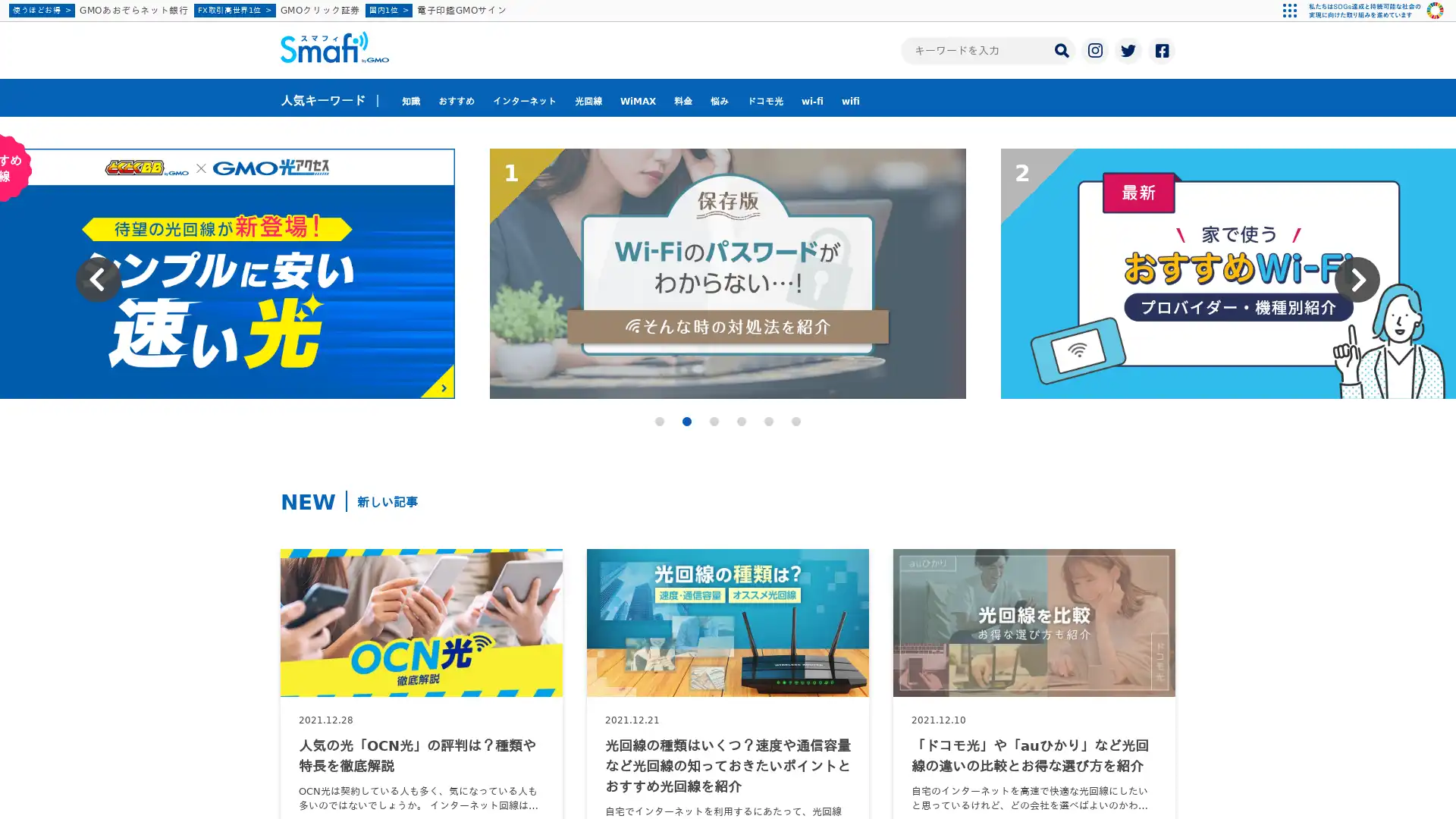 This screenshot has width=1456, height=819. What do you see at coordinates (1061, 49) in the screenshot?
I see `search` at bounding box center [1061, 49].